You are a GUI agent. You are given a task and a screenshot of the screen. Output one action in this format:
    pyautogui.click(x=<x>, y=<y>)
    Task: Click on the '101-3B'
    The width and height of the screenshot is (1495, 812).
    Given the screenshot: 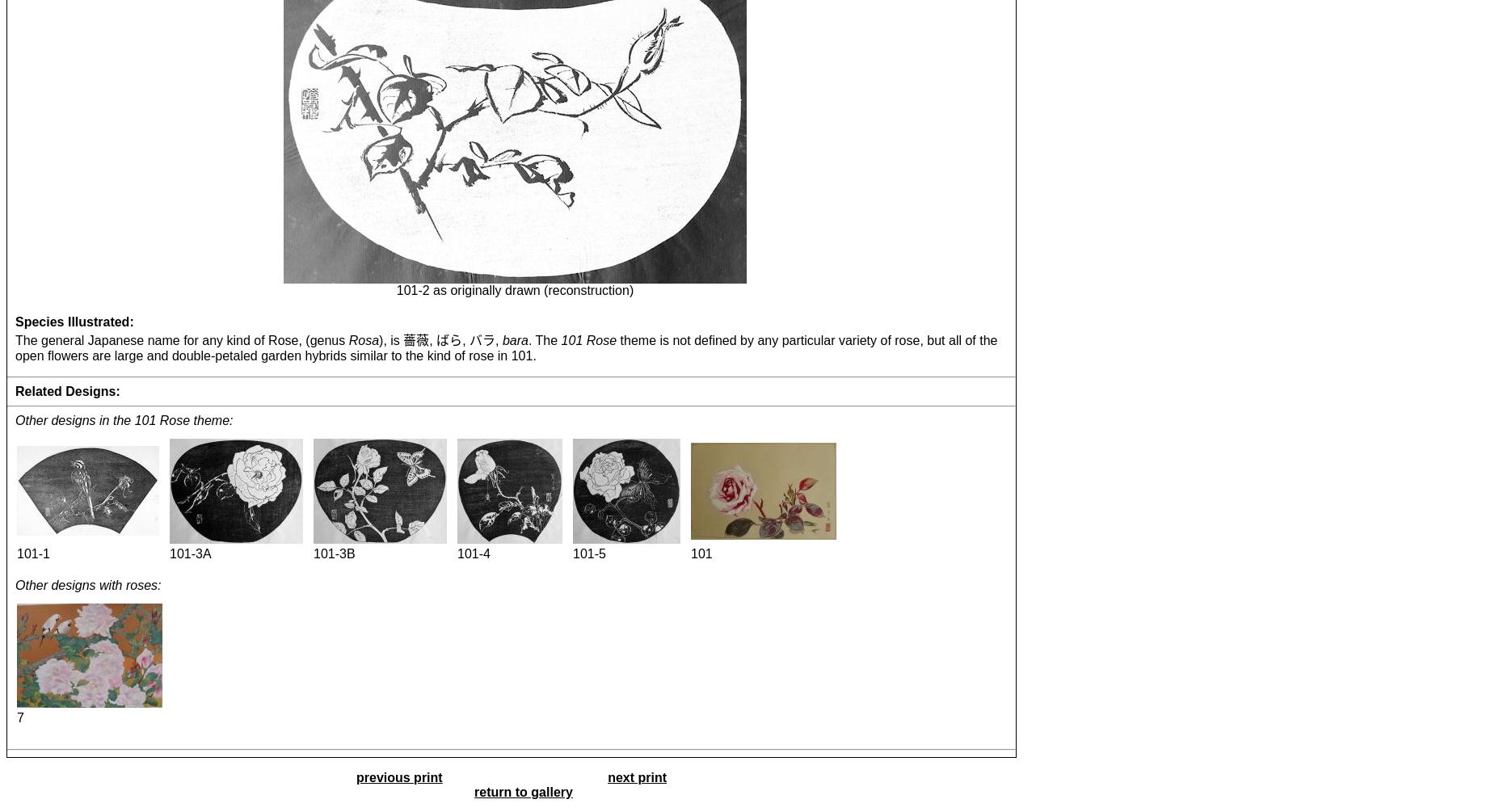 What is the action you would take?
    pyautogui.click(x=333, y=553)
    